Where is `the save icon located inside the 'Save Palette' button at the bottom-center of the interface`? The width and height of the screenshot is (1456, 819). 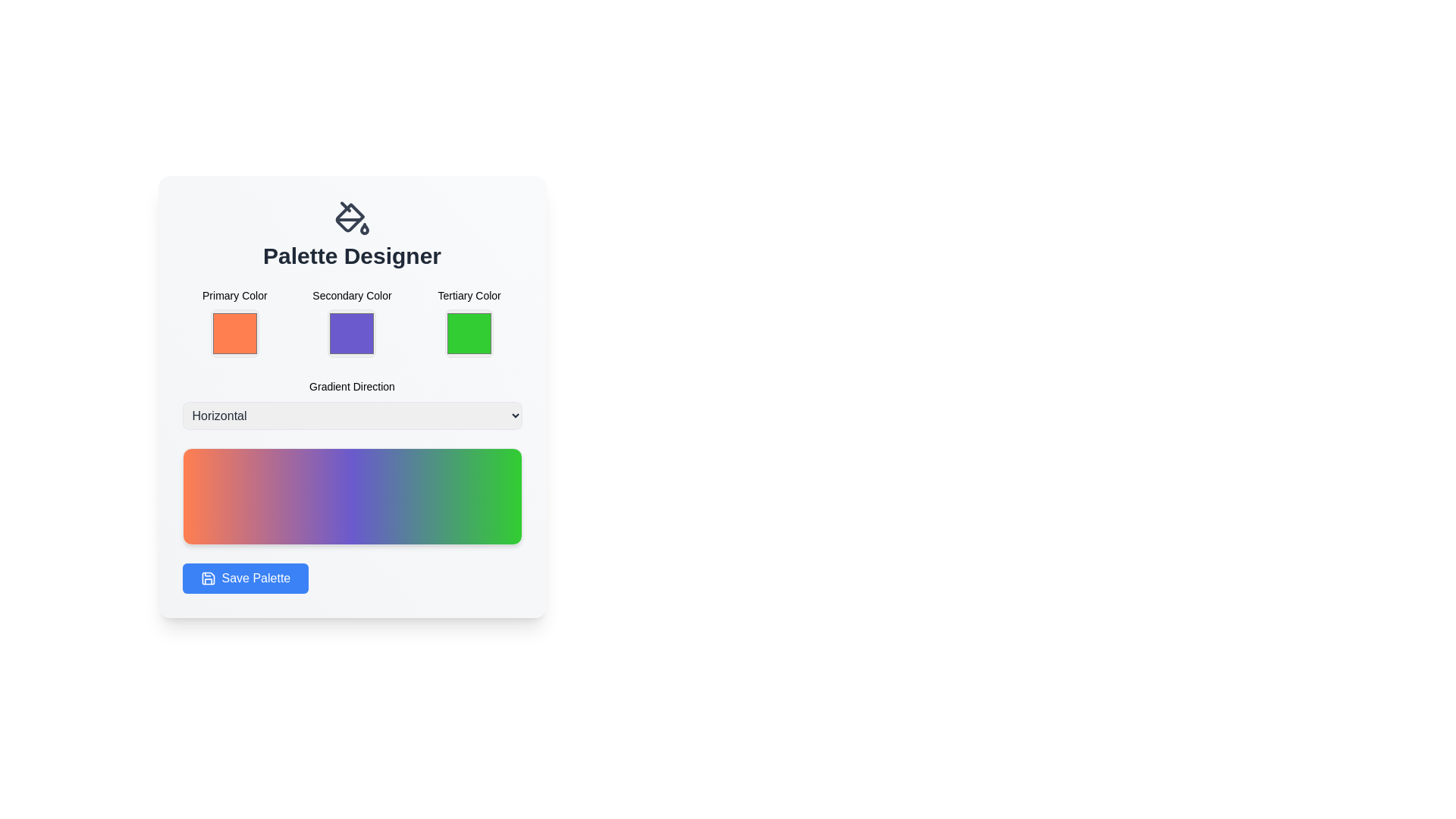 the save icon located inside the 'Save Palette' button at the bottom-center of the interface is located at coordinates (207, 579).